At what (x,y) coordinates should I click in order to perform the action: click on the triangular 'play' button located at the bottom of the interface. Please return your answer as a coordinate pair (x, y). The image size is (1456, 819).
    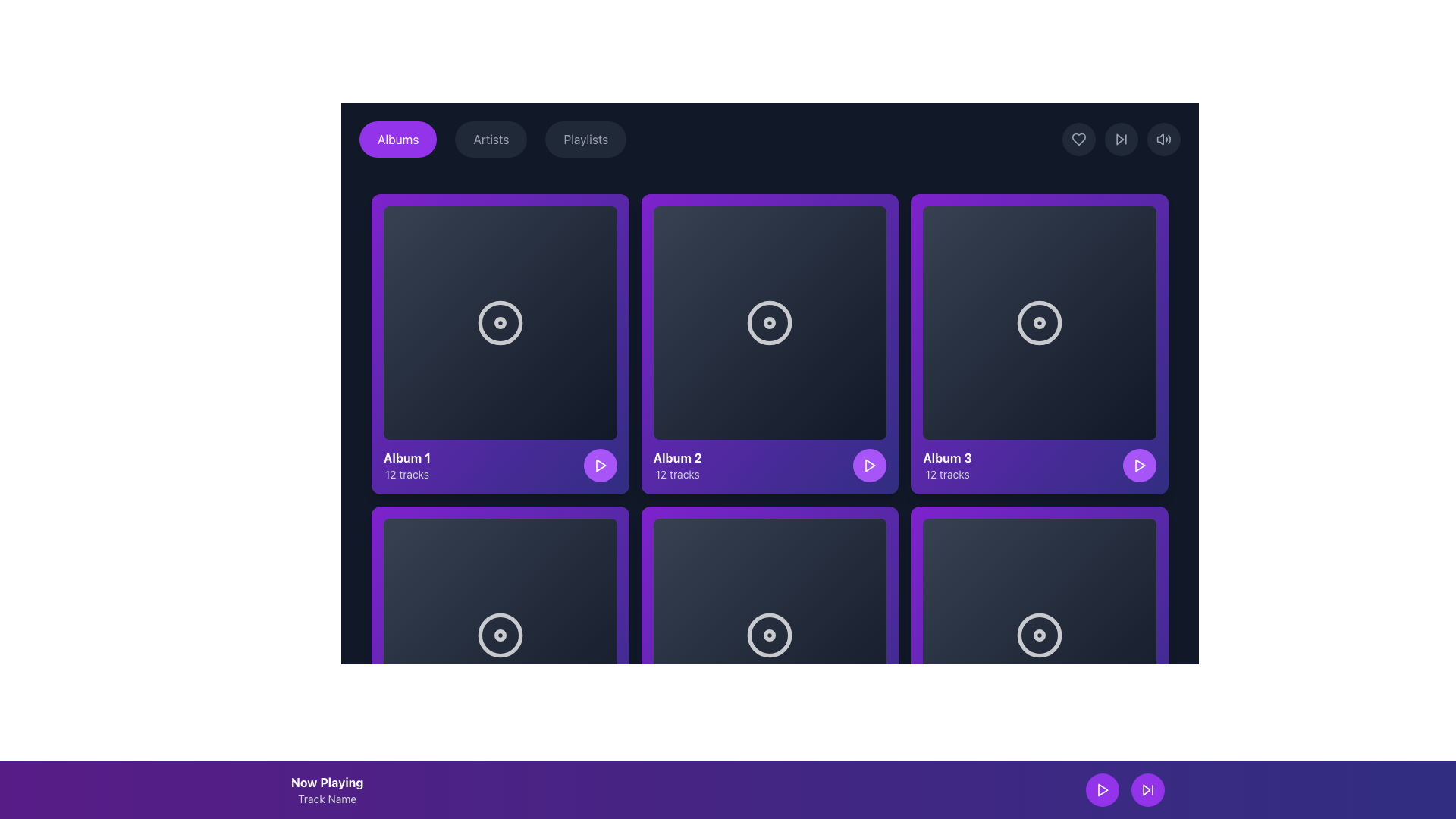
    Looking at the image, I should click on (871, 777).